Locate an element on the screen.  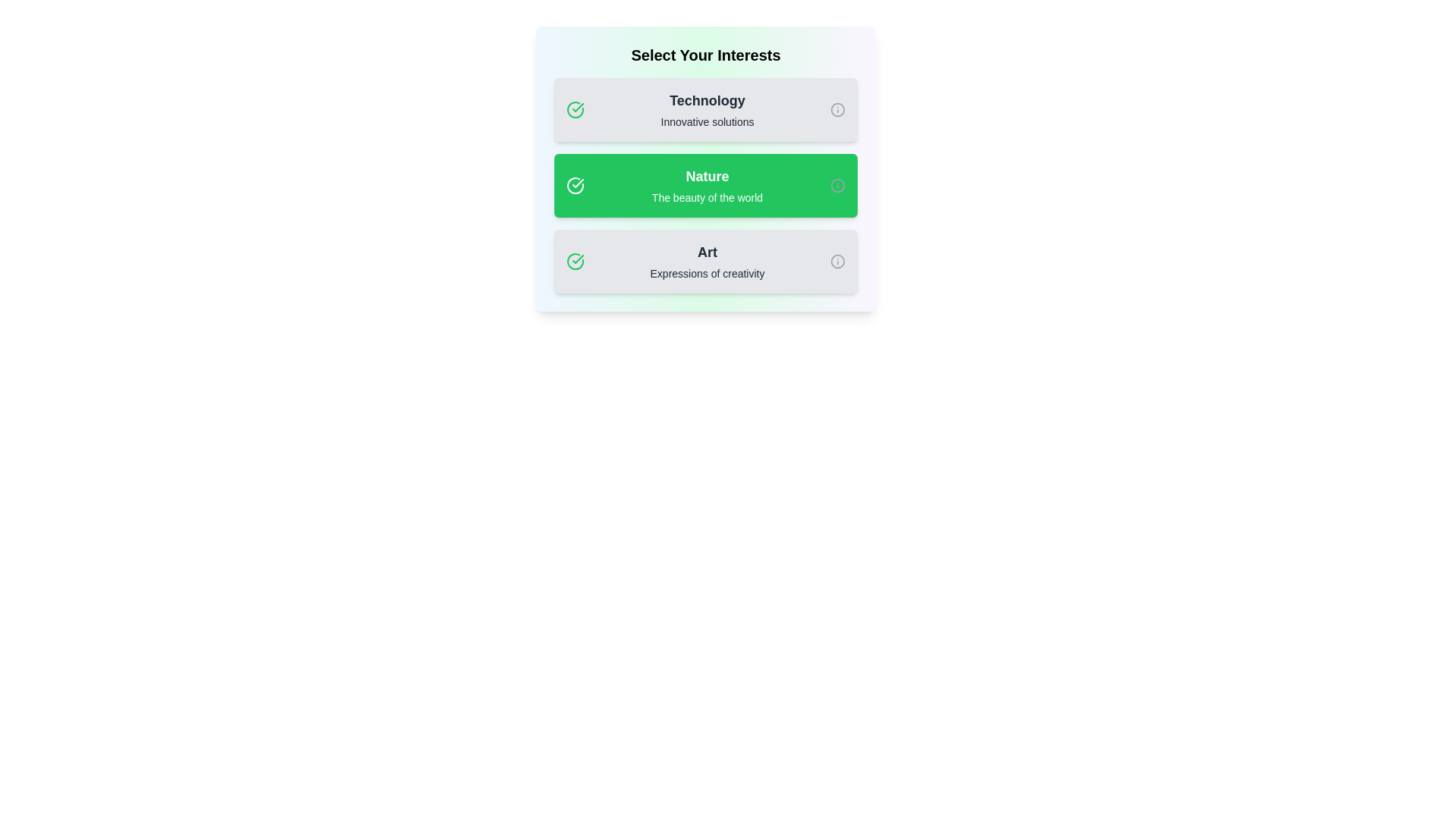
the info icon next to the tag labeled 'Nature' to read its description is located at coordinates (836, 185).